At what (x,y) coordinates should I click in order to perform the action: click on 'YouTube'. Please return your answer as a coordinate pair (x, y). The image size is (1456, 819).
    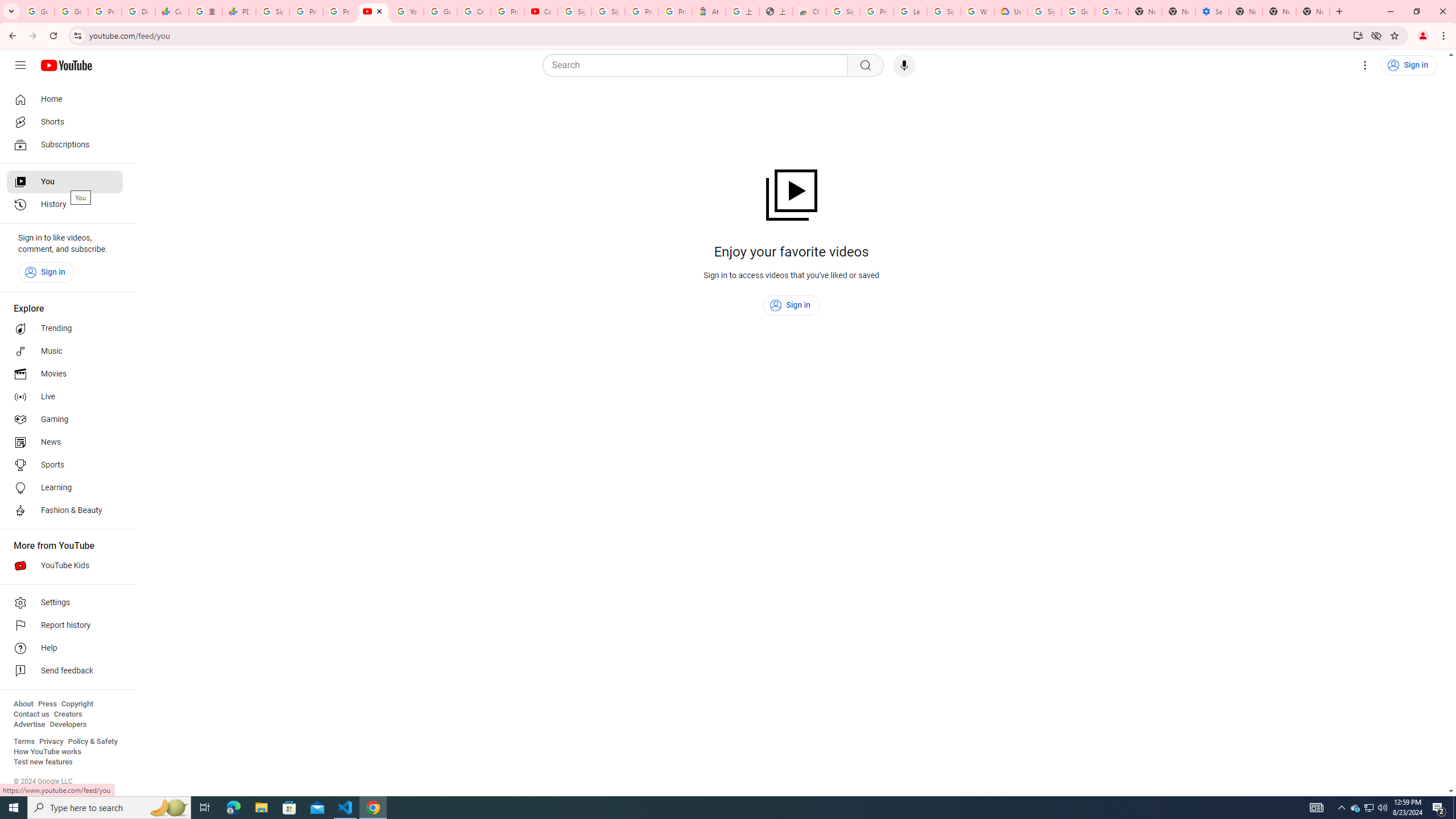
    Looking at the image, I should click on (406, 11).